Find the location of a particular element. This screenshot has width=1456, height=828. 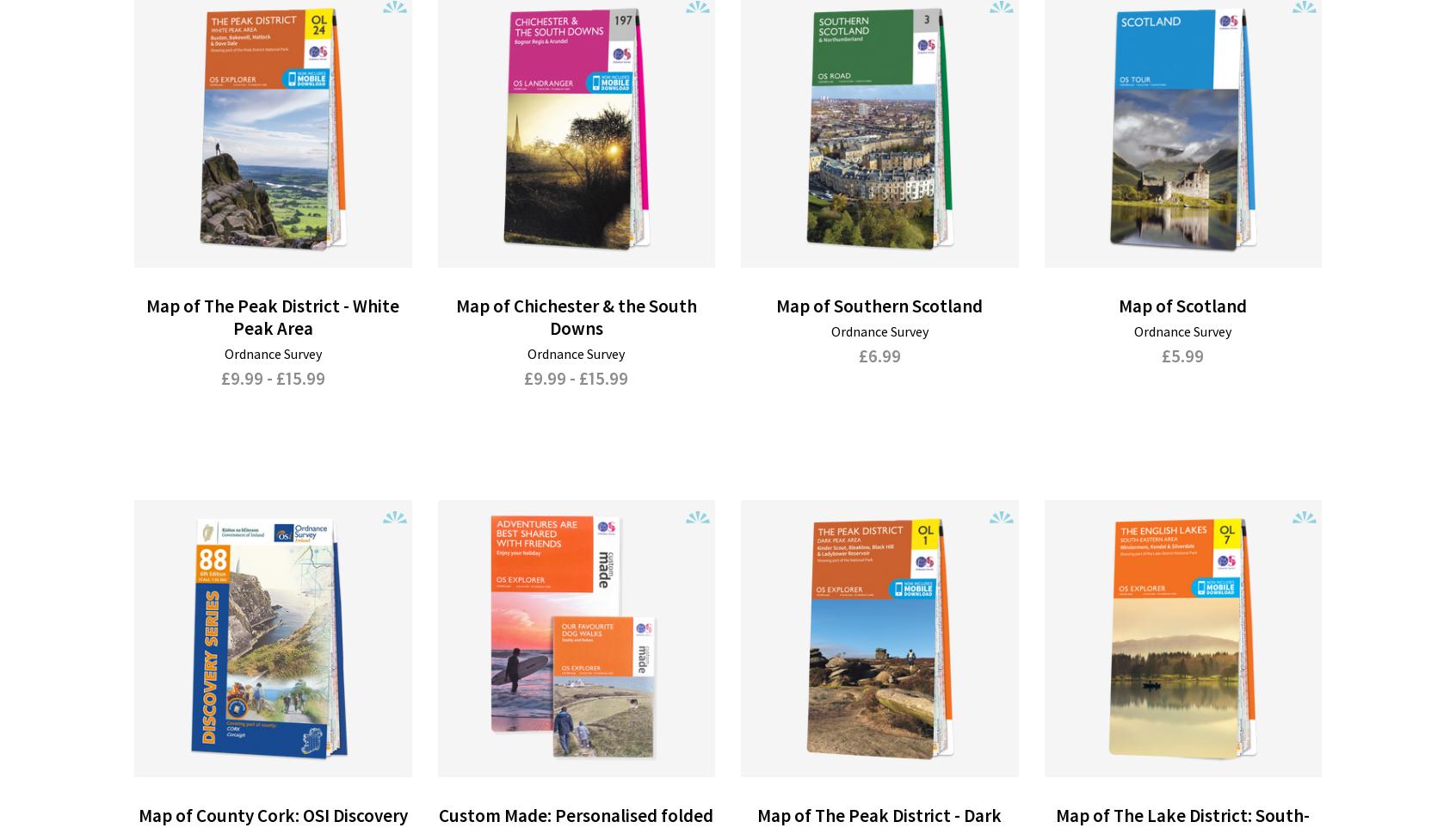

'See all brands' is located at coordinates (526, 682).